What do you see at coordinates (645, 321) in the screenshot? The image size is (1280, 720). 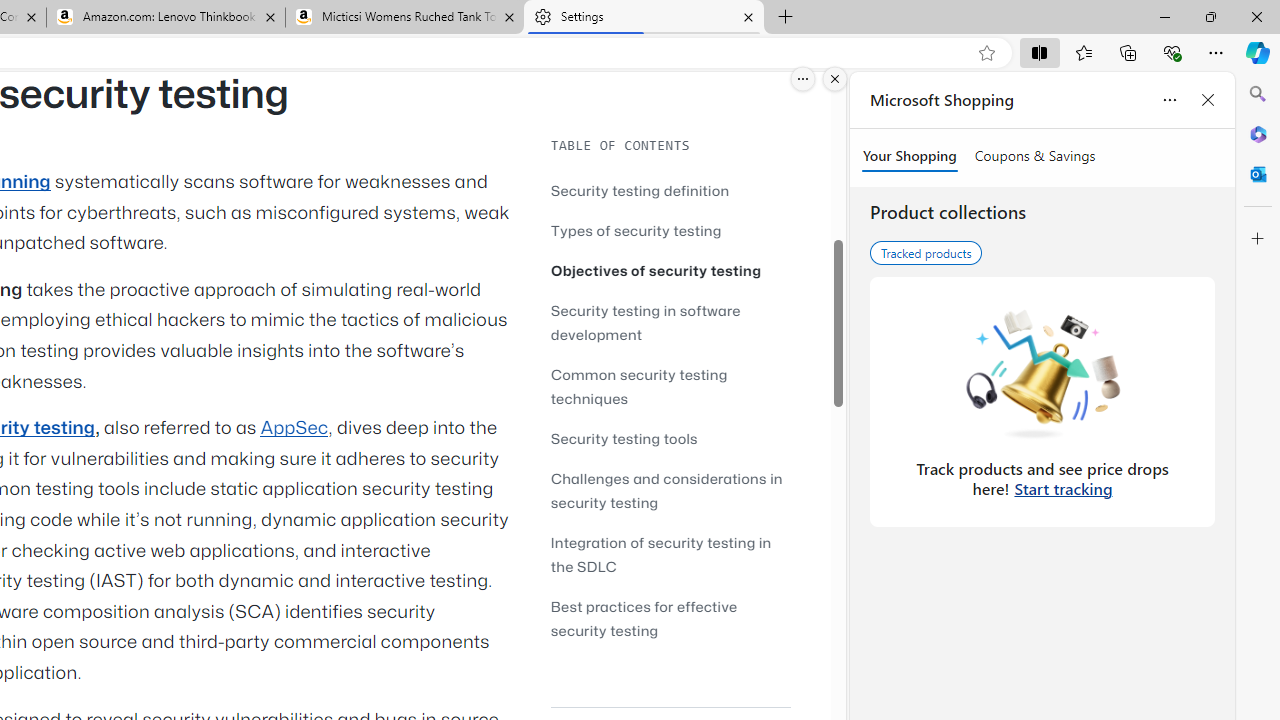 I see `'Security testing in software development'` at bounding box center [645, 321].